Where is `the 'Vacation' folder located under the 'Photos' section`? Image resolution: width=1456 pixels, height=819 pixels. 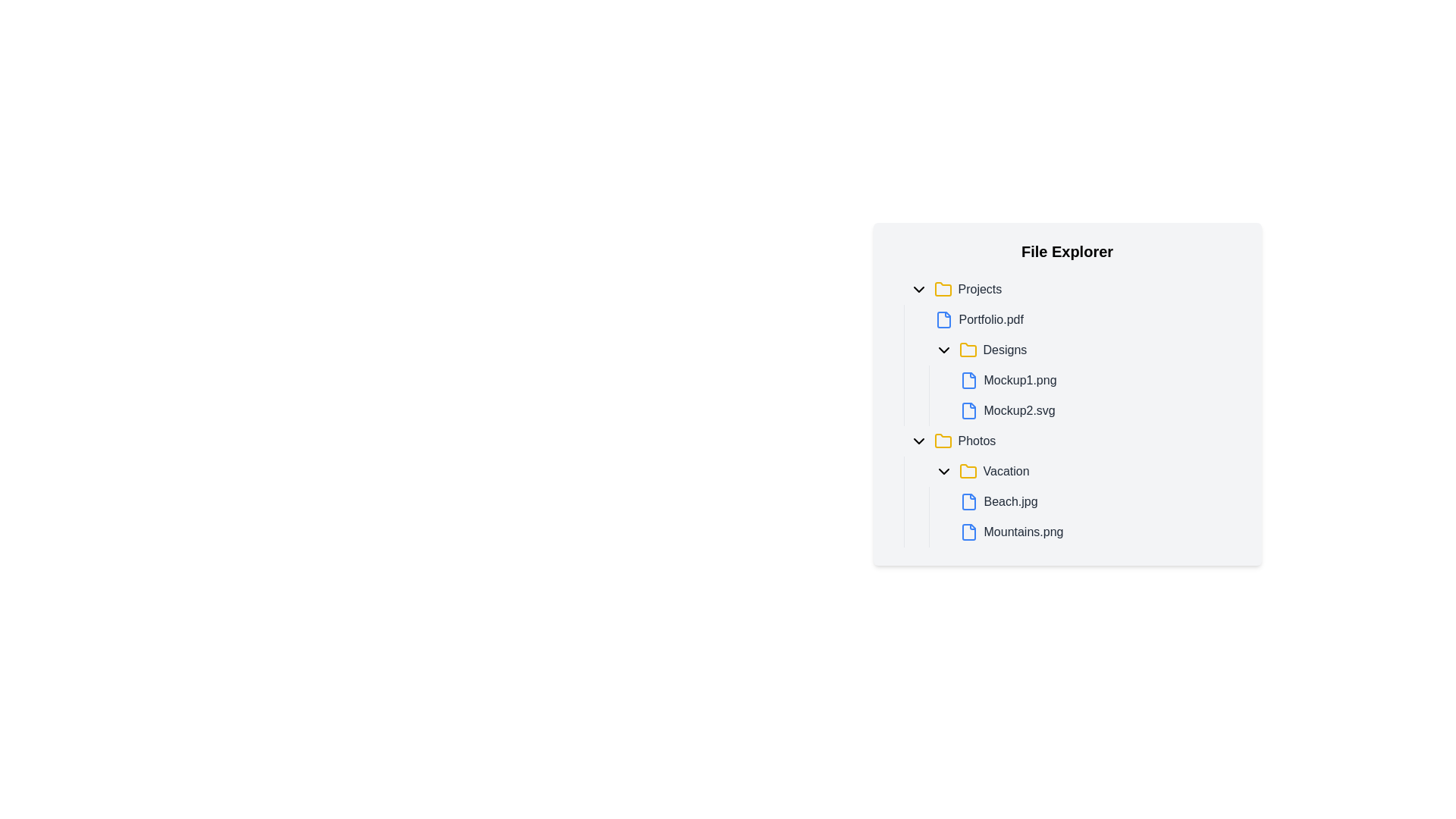 the 'Vacation' folder located under the 'Photos' section is located at coordinates (1084, 470).